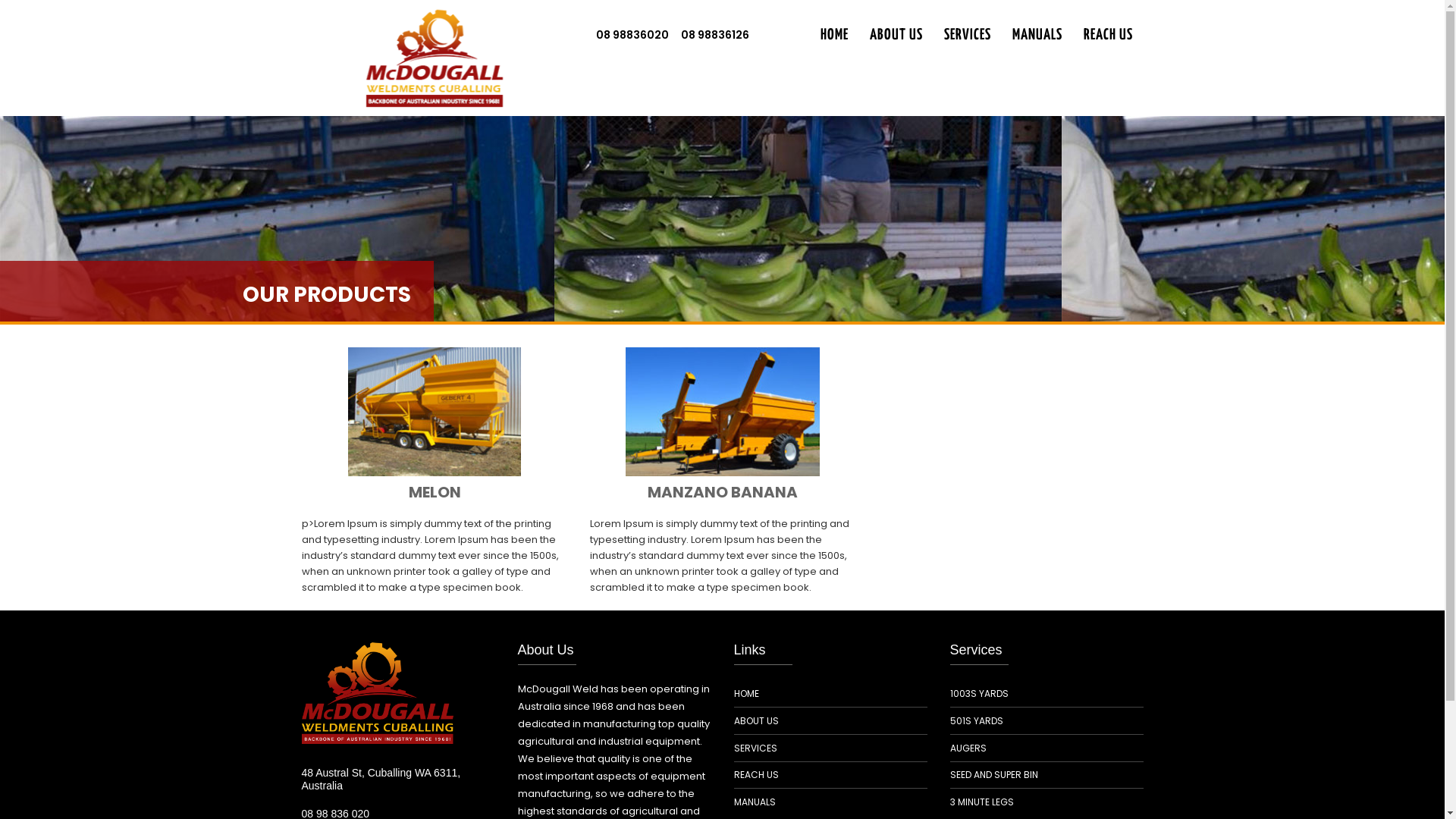 This screenshot has height=819, width=1456. What do you see at coordinates (967, 747) in the screenshot?
I see `'AUGERS'` at bounding box center [967, 747].